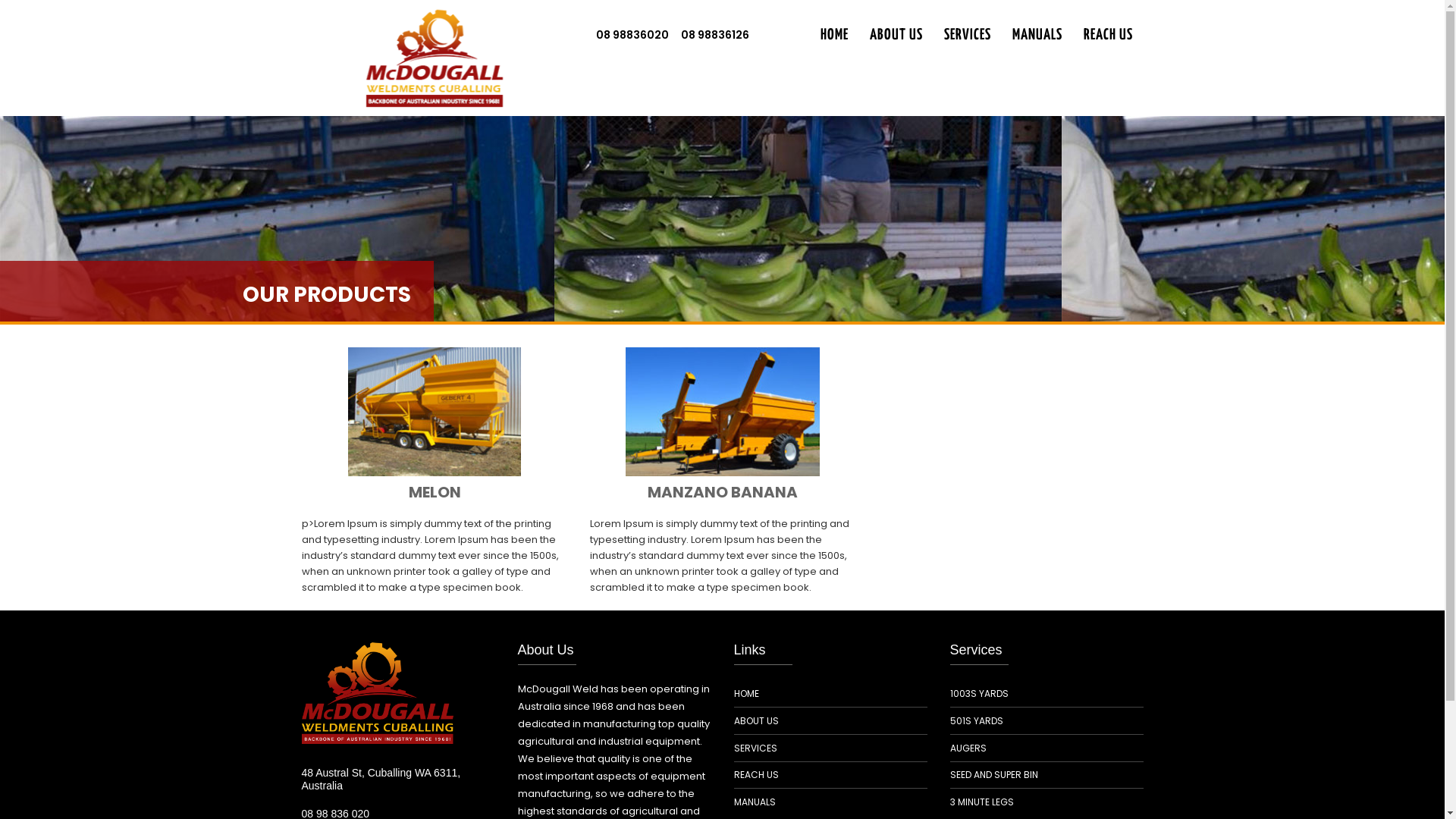 This screenshot has height=819, width=1456. What do you see at coordinates (967, 747) in the screenshot?
I see `'AUGERS'` at bounding box center [967, 747].